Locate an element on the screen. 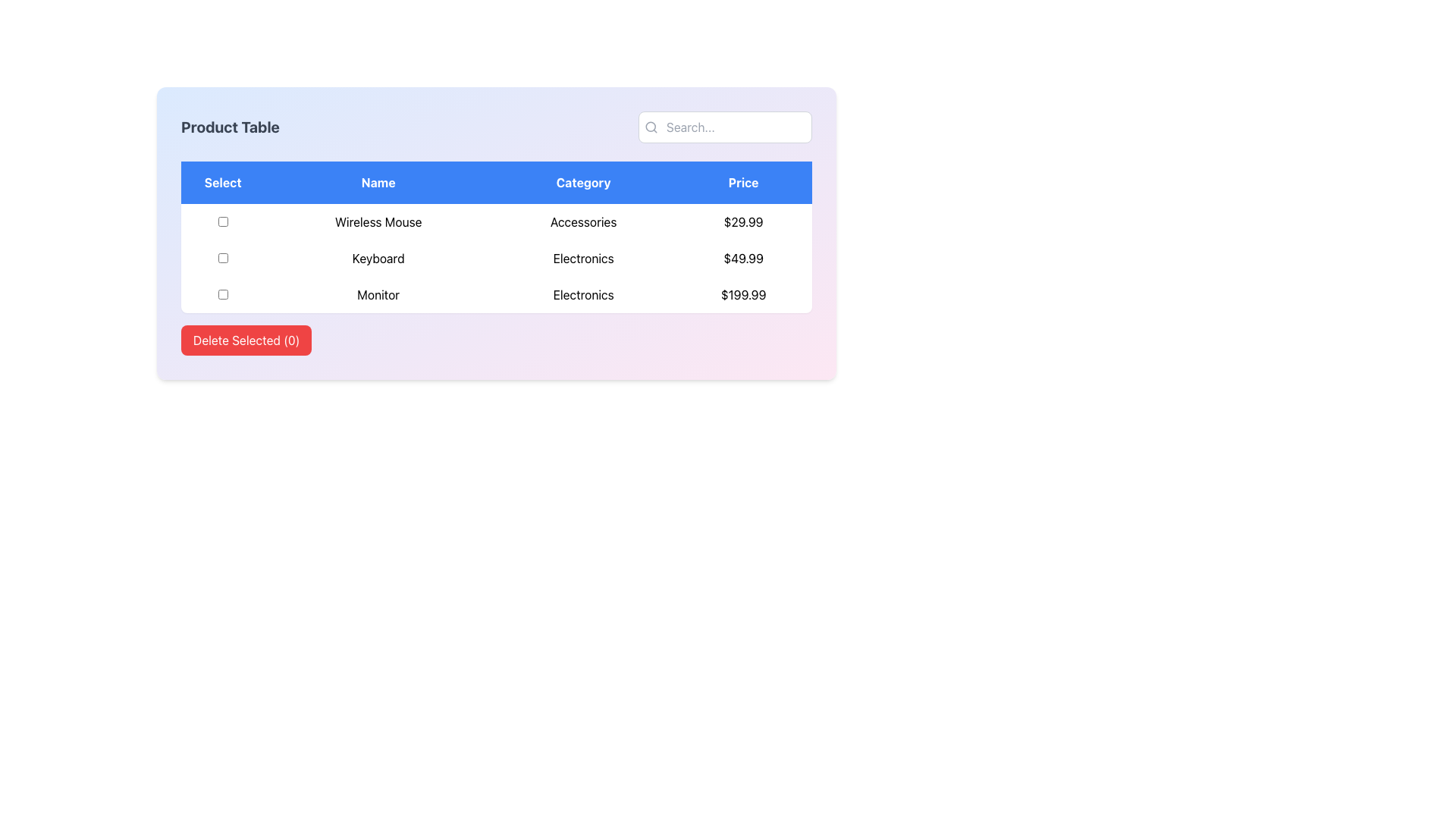 The image size is (1456, 819). the text label in the second row of the table under the 'Category' column, which denotes the item category is located at coordinates (582, 257).